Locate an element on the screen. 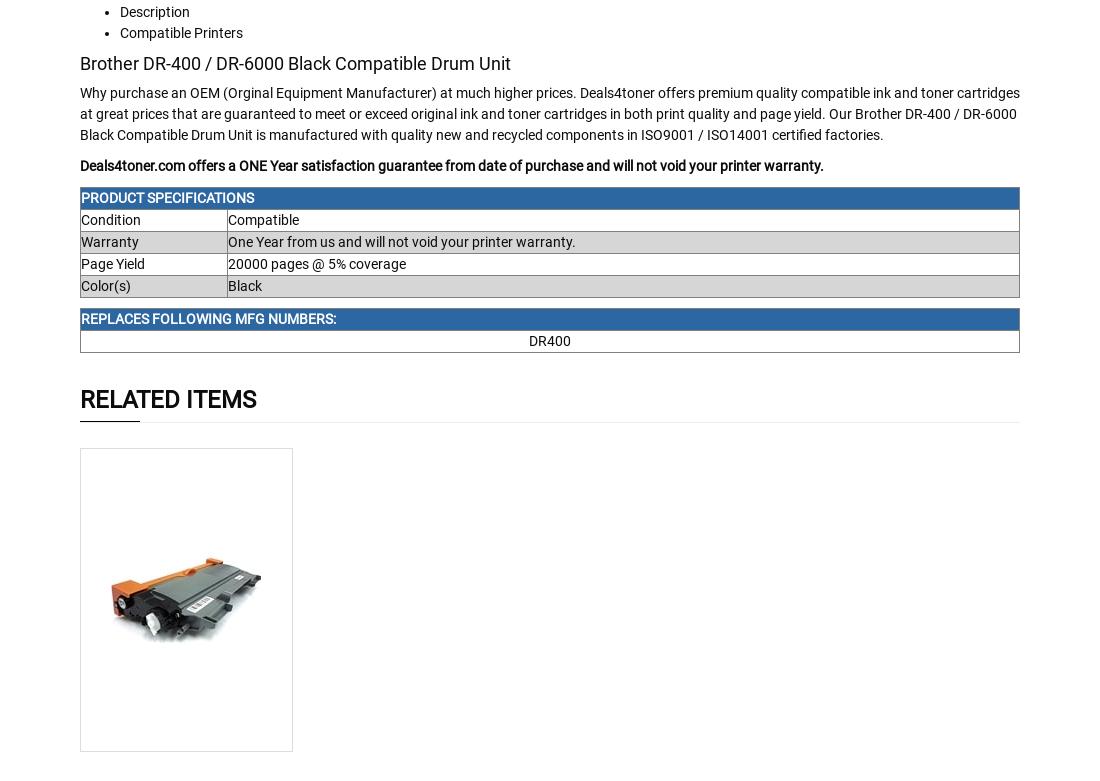 The width and height of the screenshot is (1100, 781). 'DR400' is located at coordinates (550, 340).